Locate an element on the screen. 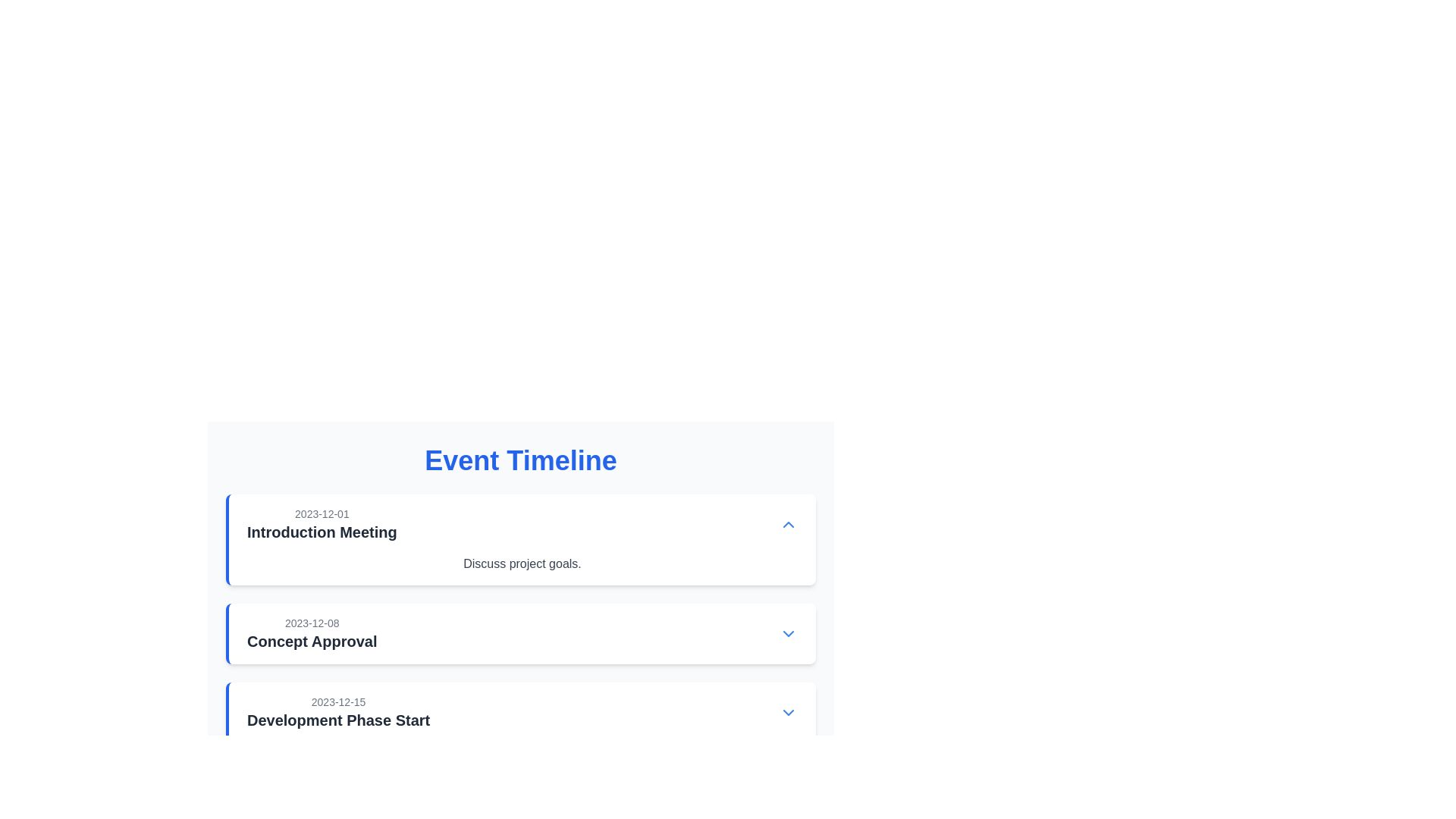 This screenshot has width=1456, height=819. the first text element in the 'Event Timeline' section, which represents a title and subtitle for the event, located above the description 'Discuss project goals.' is located at coordinates (321, 523).